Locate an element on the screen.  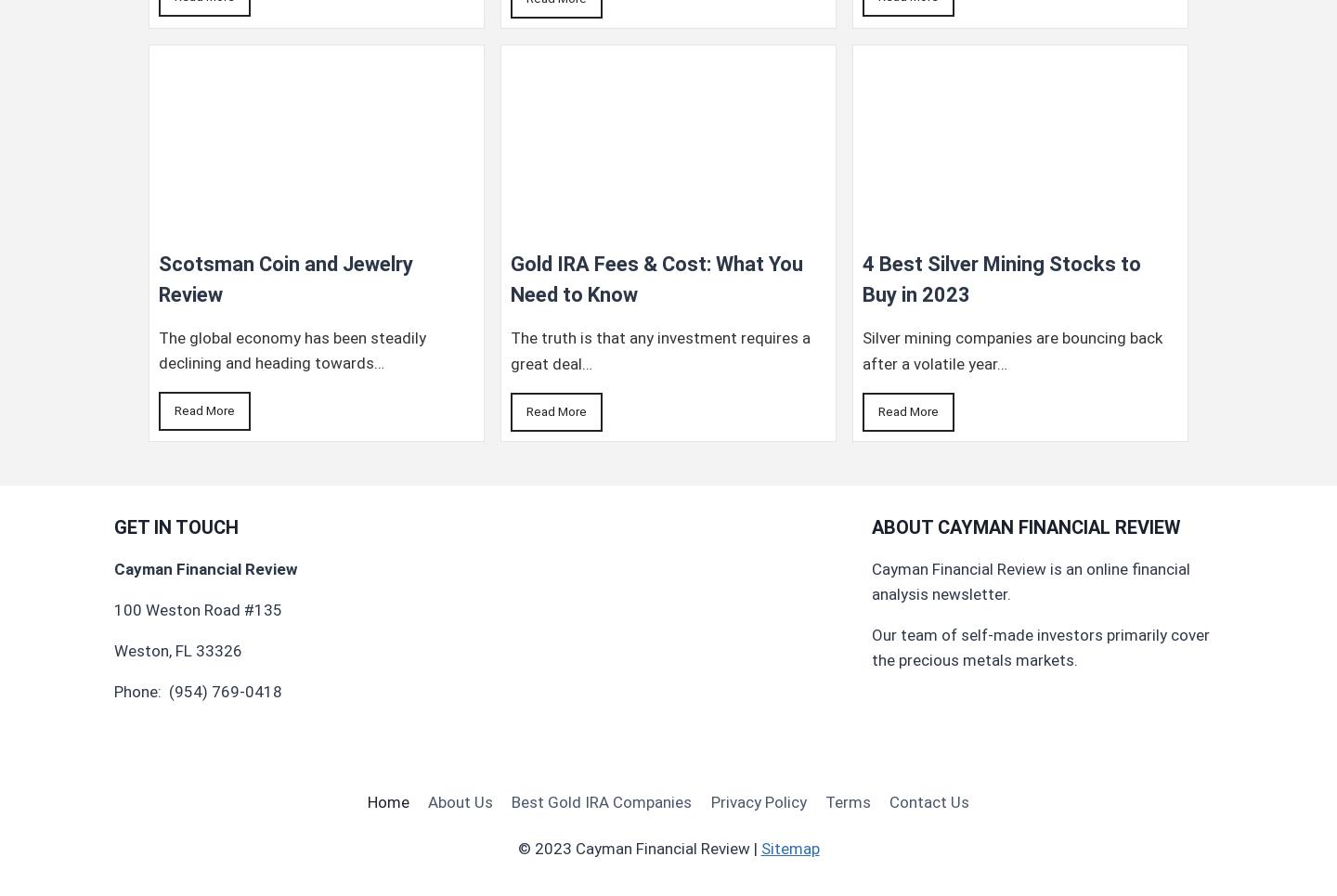
'About Us' is located at coordinates (459, 801).